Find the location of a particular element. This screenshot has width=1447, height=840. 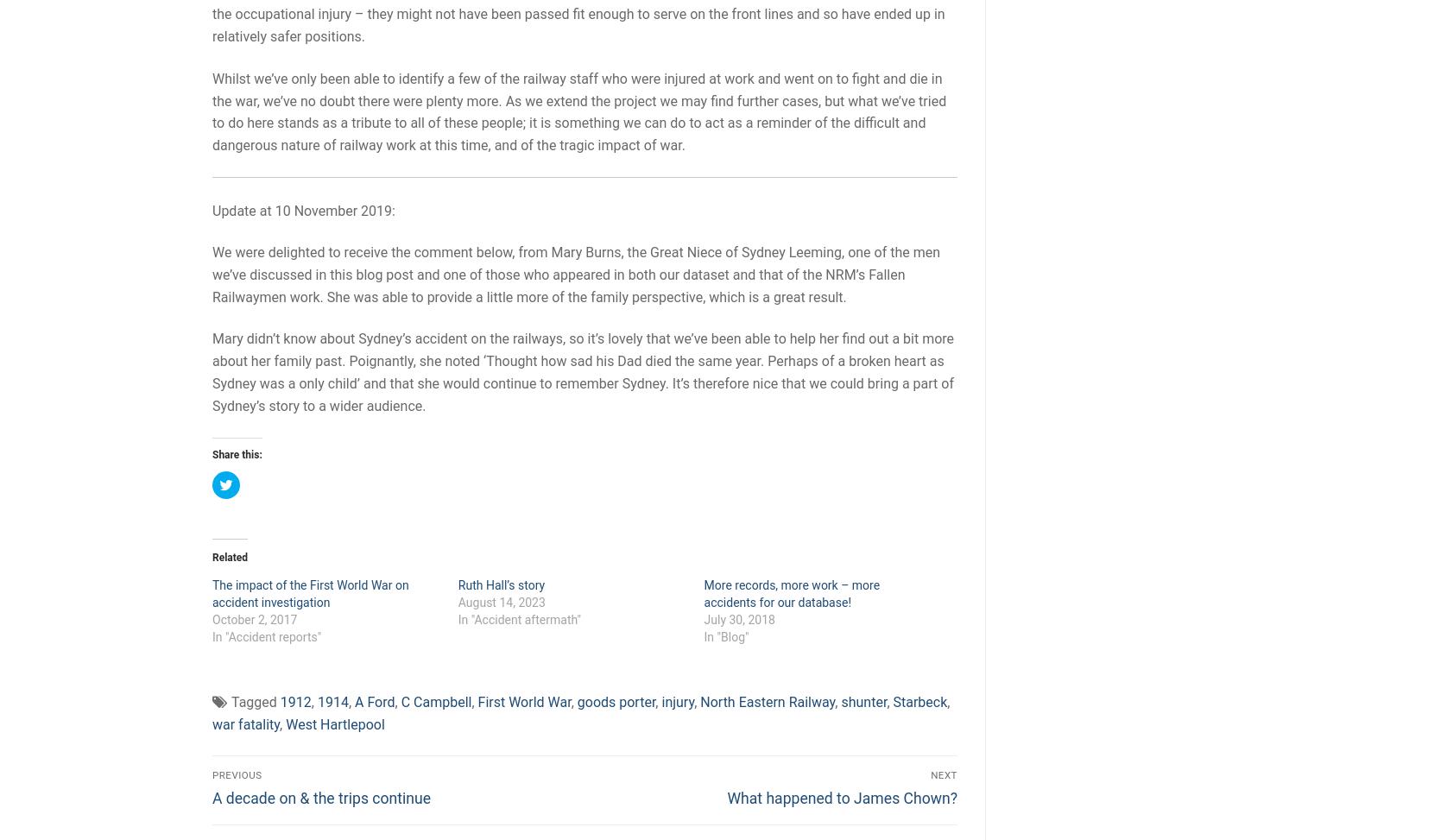

'Update at 10 November 2019:' is located at coordinates (302, 209).